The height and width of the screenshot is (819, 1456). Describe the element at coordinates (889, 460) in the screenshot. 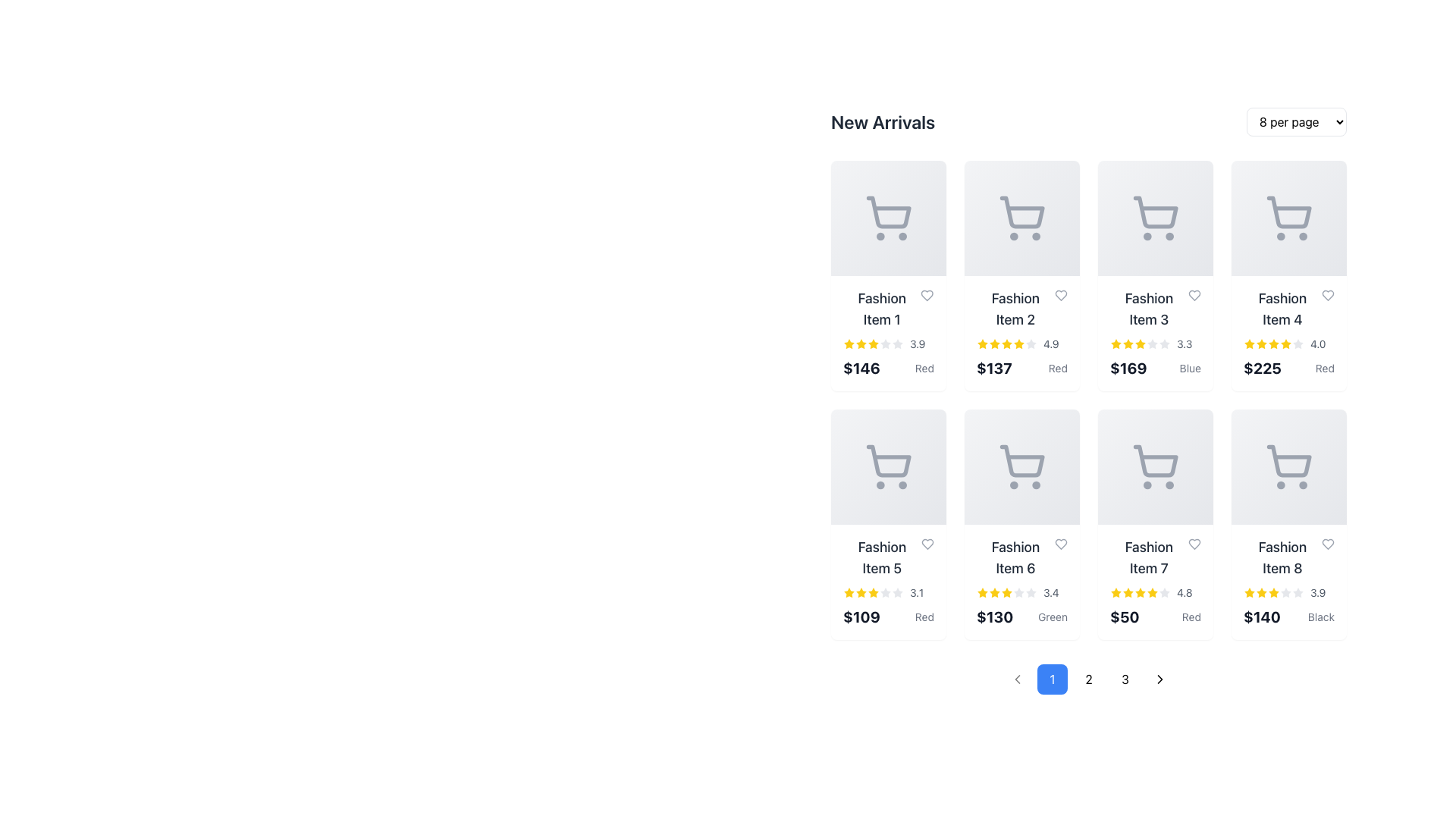

I see `the shopping cart icon in the card of 'Fashion Item 5', located in the second row and first column of the grid layout` at that location.